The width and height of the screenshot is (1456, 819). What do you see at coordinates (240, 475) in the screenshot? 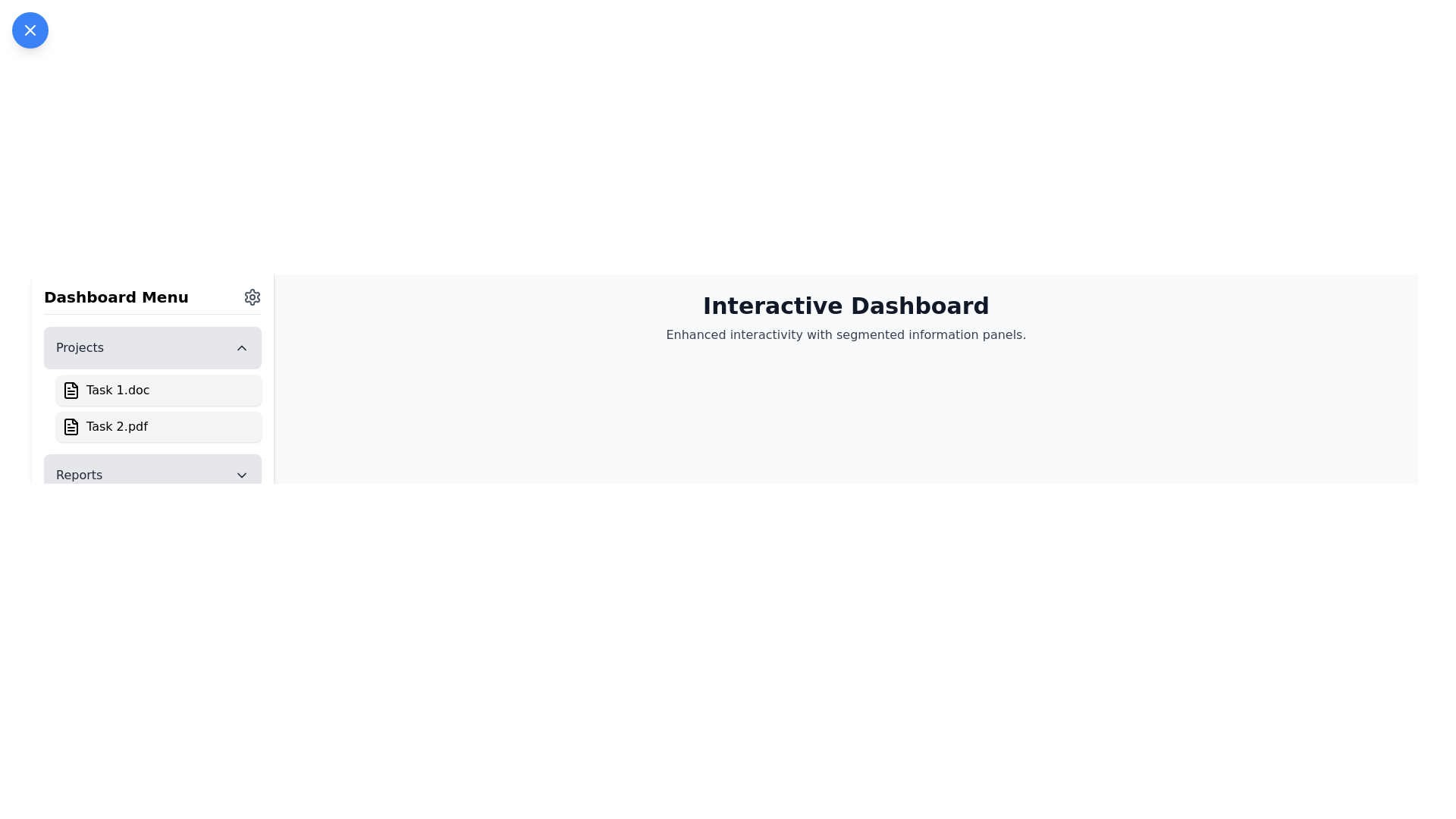
I see `the chevron dropdown indicator icon for the 'Reports' section in the left sidebar` at bounding box center [240, 475].